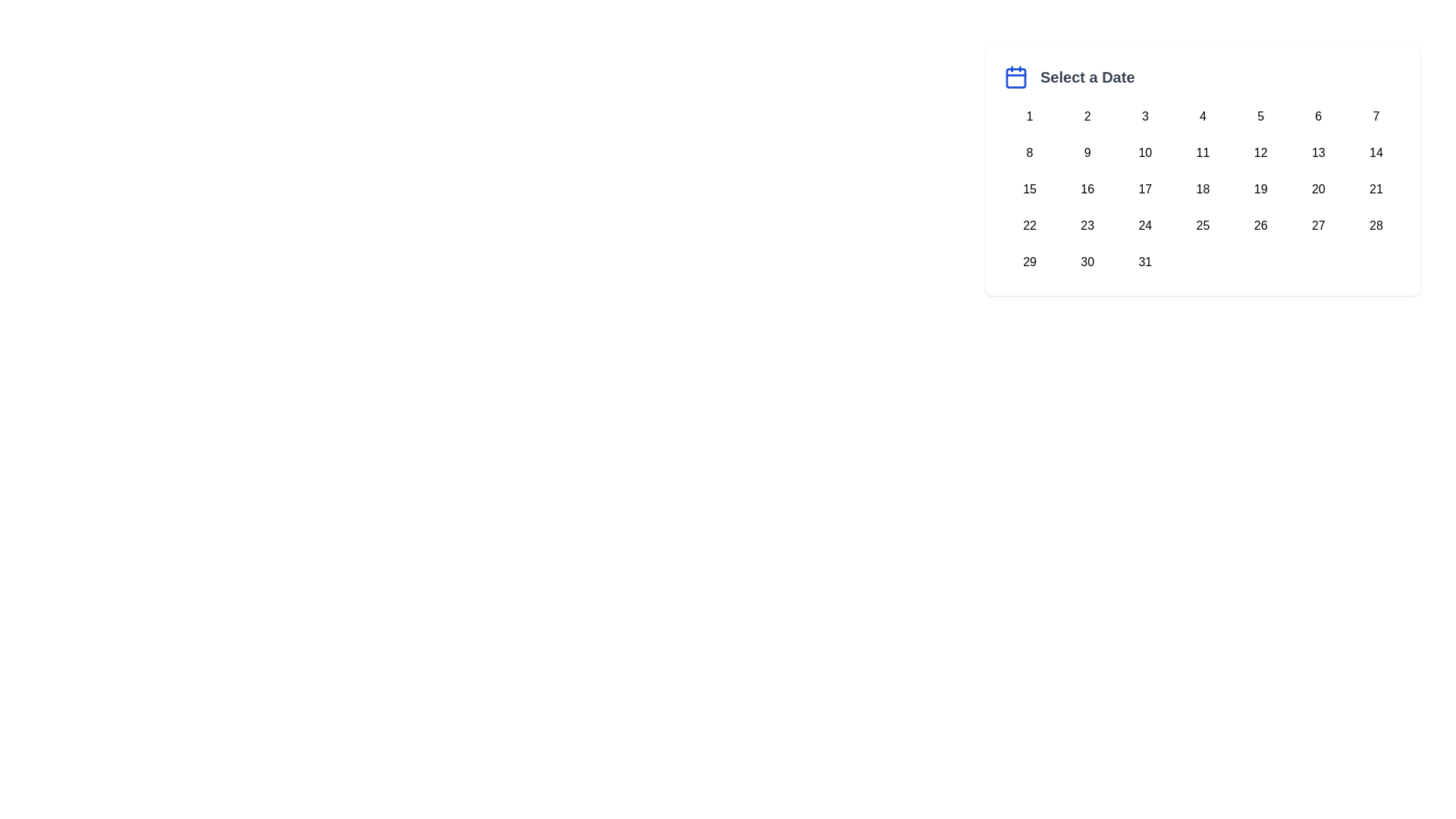 The width and height of the screenshot is (1456, 819). What do you see at coordinates (1015, 77) in the screenshot?
I see `the calendar icon located on the leftmost side of the date selection interface, adjacent to the text 'Select a Date'` at bounding box center [1015, 77].